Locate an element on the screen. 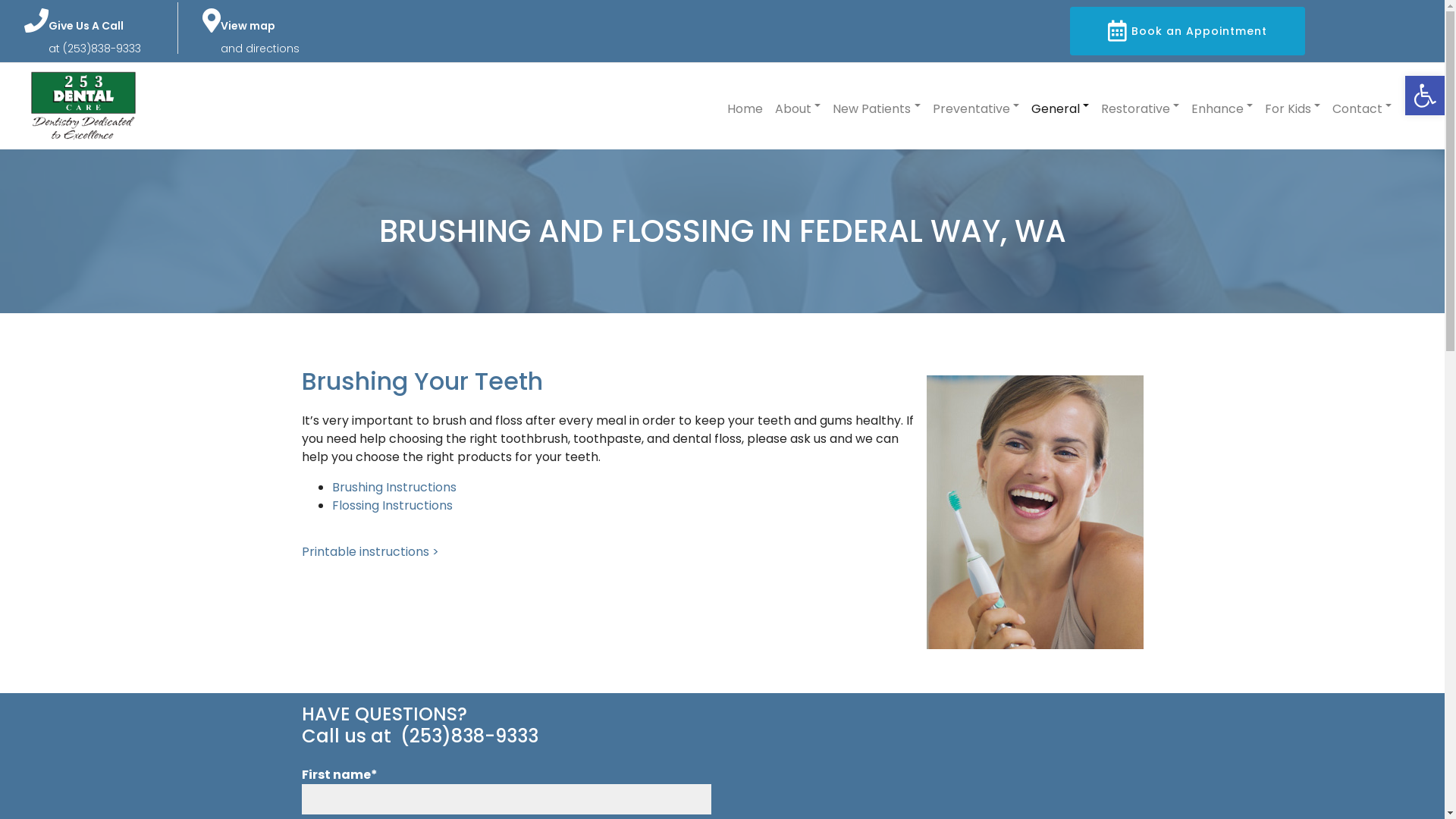 The image size is (1456, 819). 'Enhance' is located at coordinates (1222, 105).